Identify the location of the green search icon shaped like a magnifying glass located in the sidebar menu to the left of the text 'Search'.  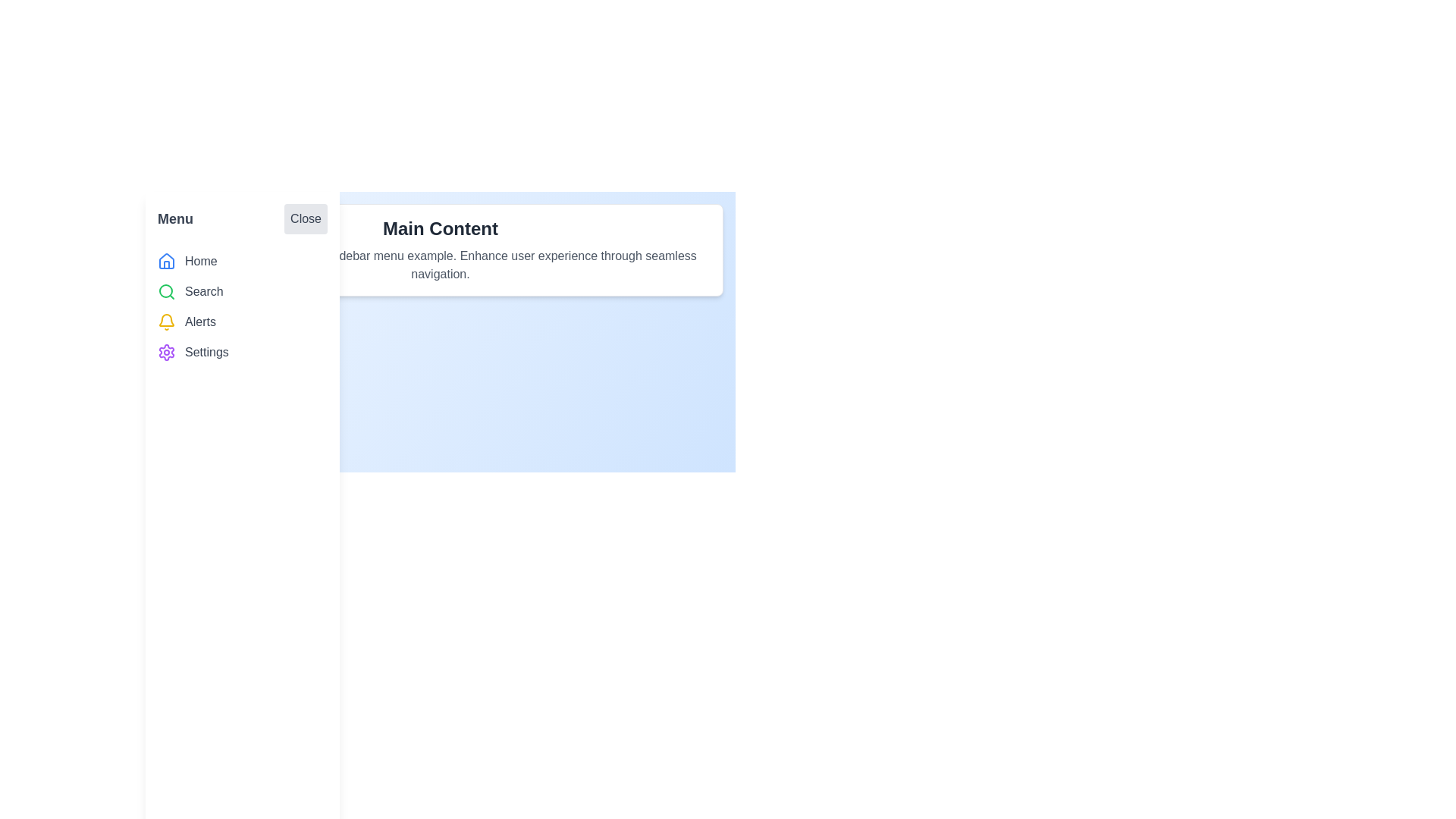
(167, 292).